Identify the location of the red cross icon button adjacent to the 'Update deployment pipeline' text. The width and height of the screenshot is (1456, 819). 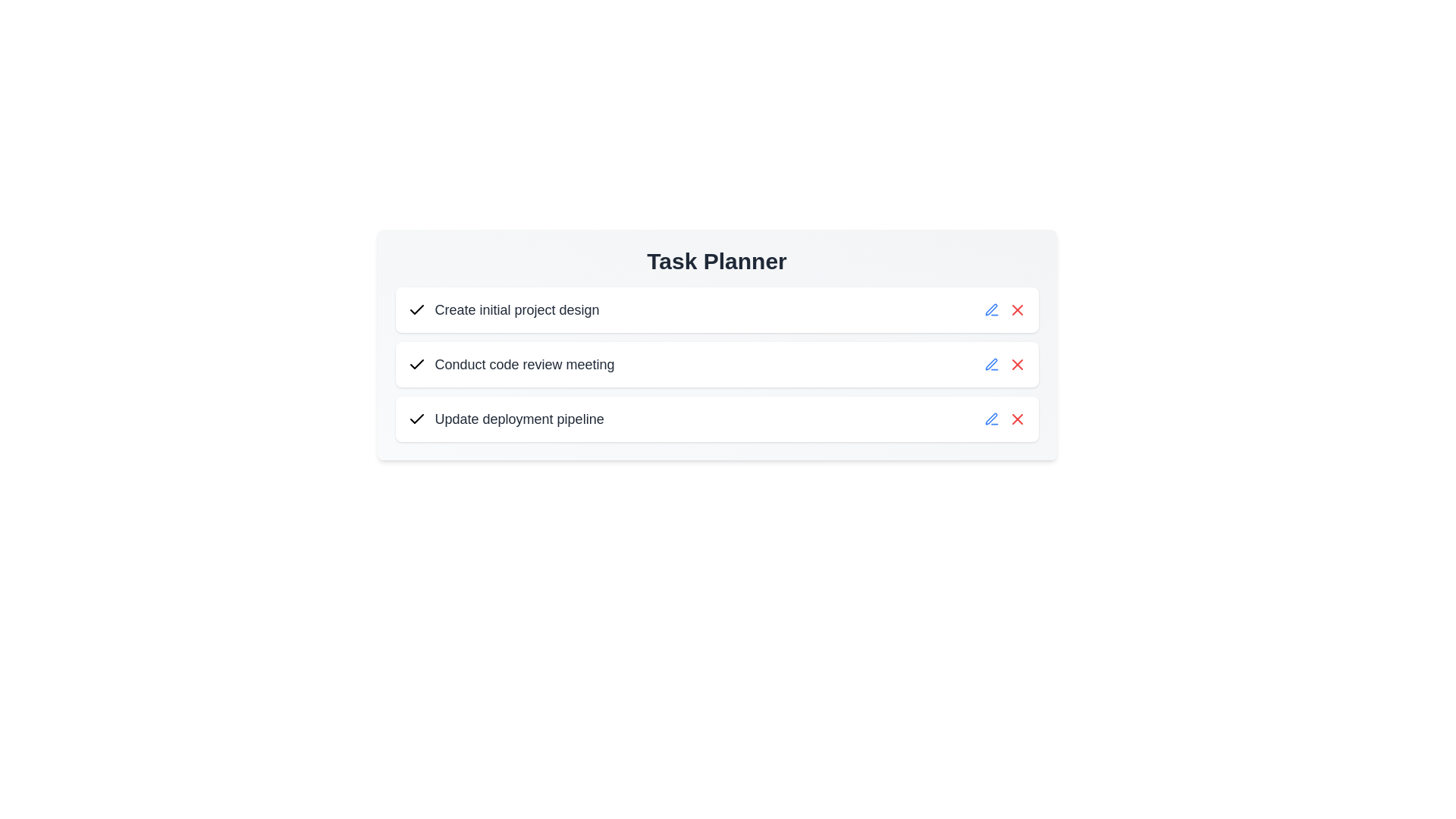
(1017, 419).